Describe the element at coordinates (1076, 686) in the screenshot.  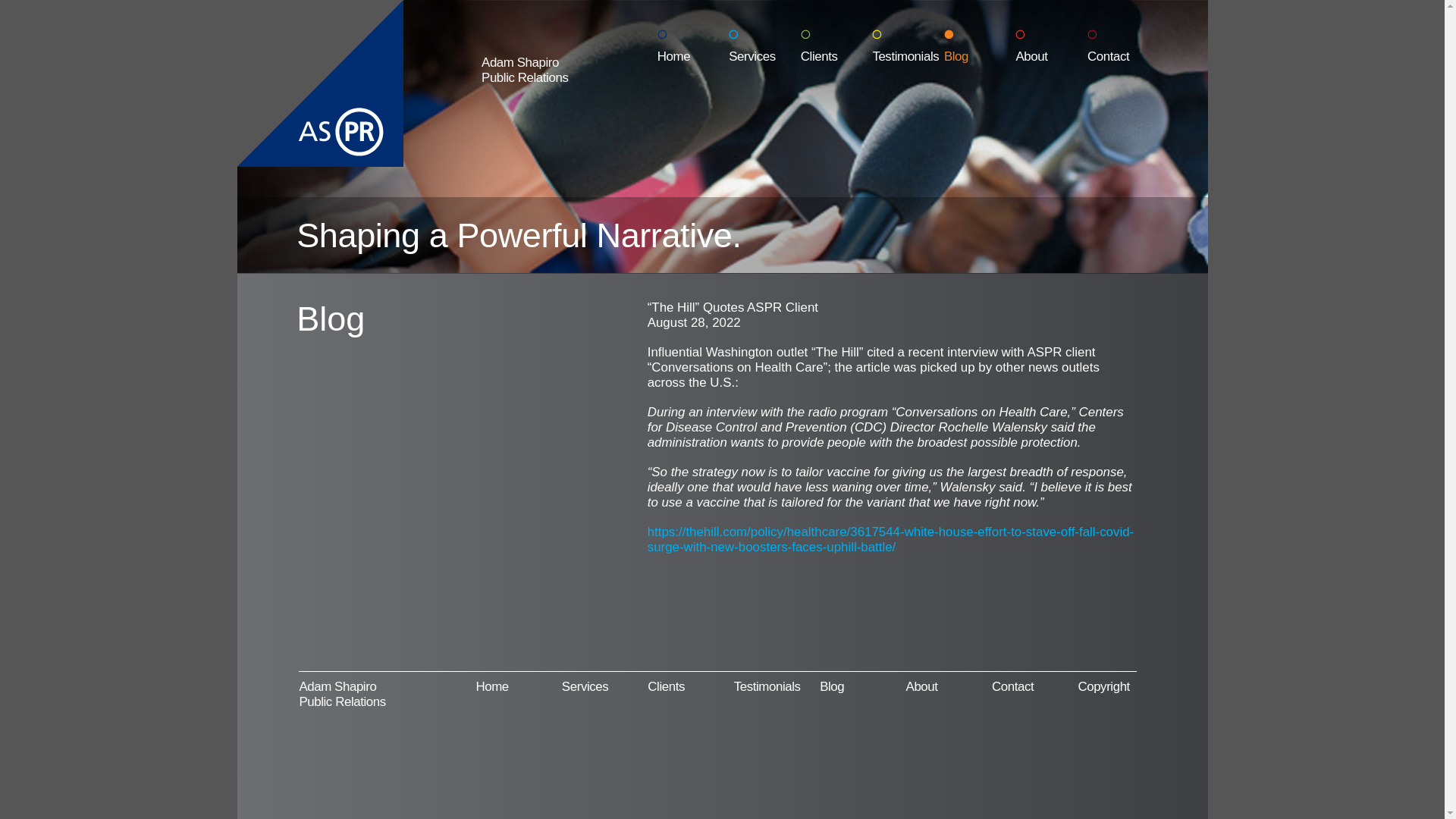
I see `'Copyright'` at that location.